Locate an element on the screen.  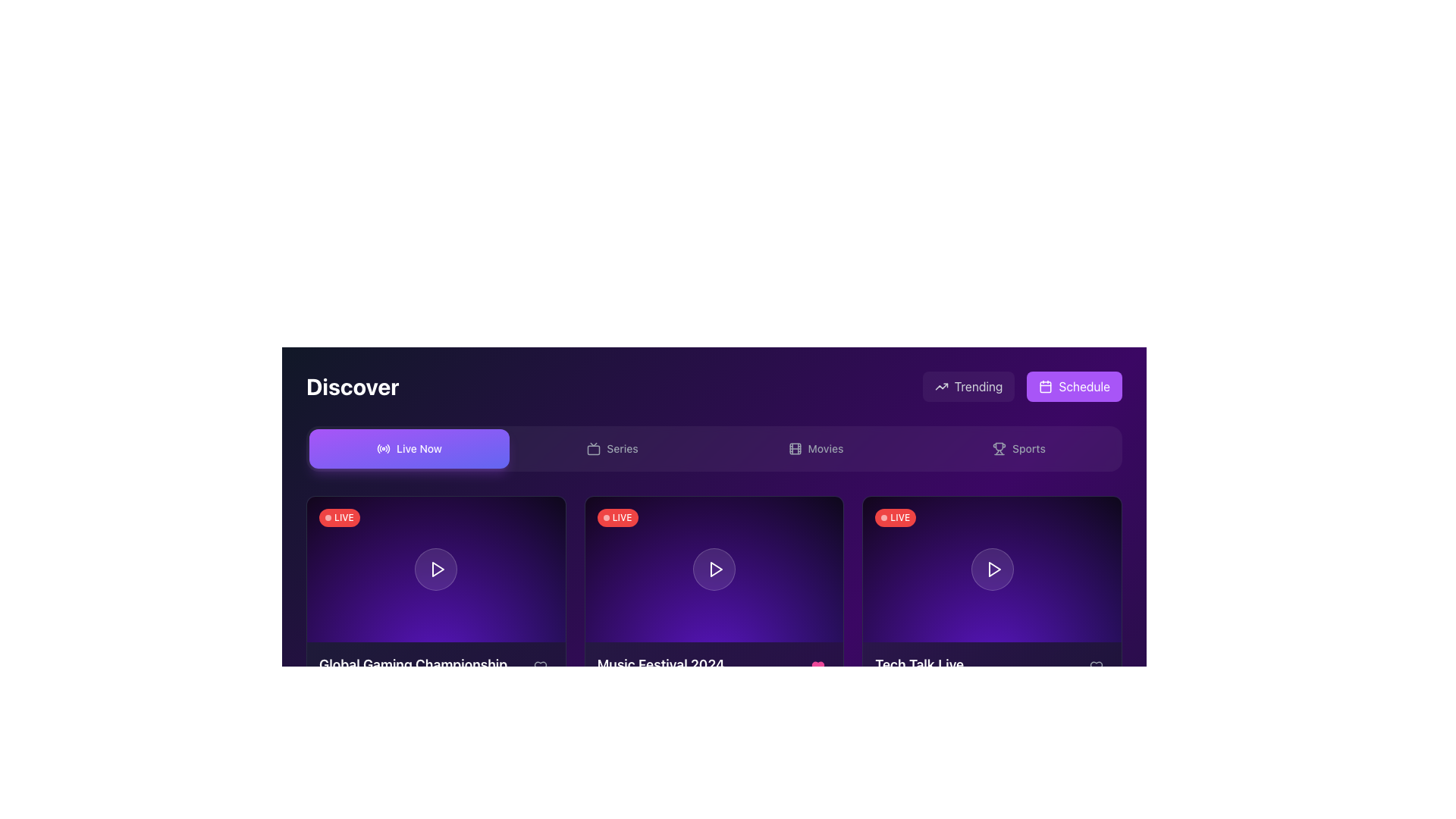
the text displayed on the live broadcasting badge located at the top-left corner of the video thumbnail is located at coordinates (896, 516).